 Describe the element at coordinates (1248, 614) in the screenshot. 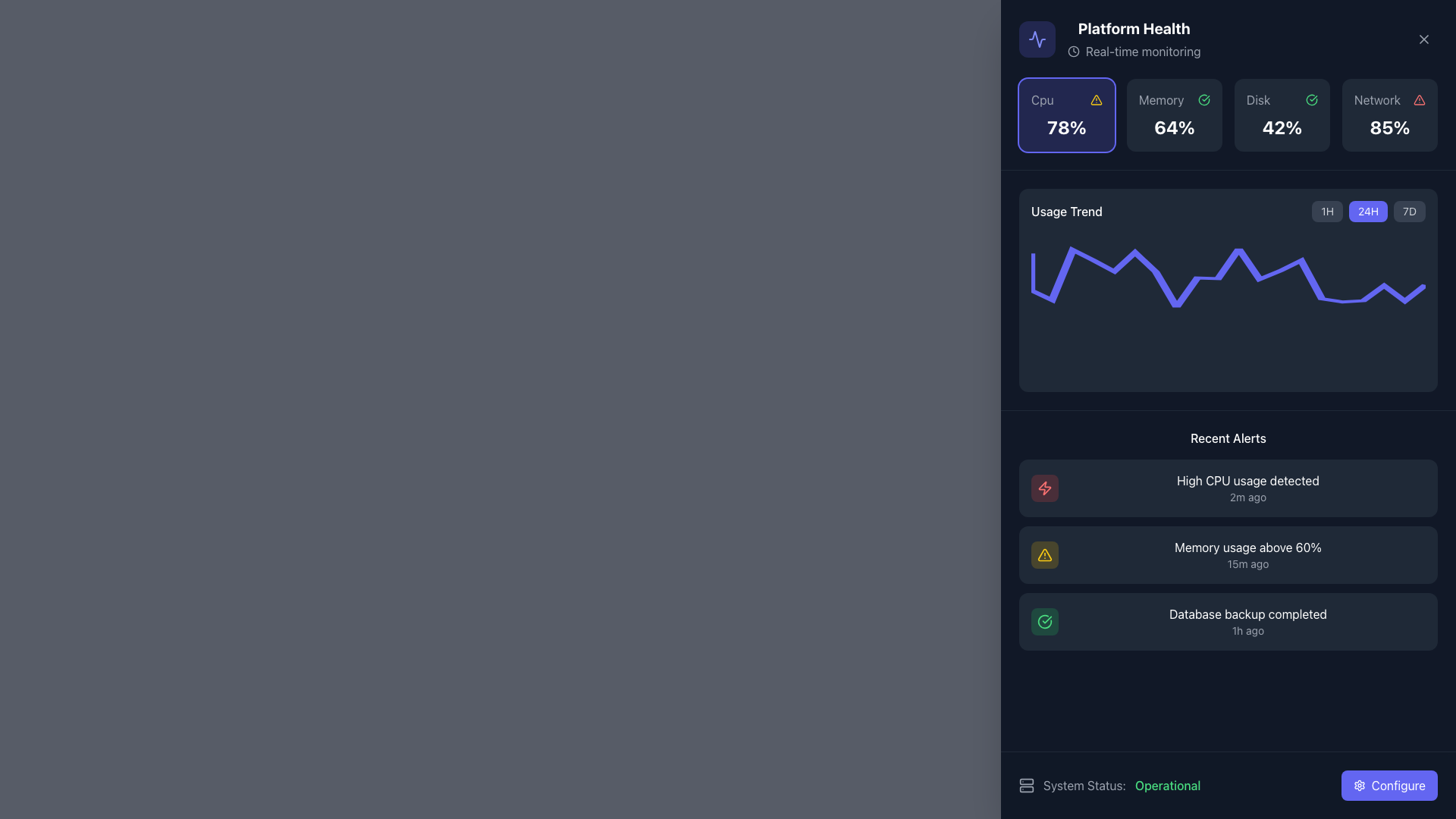

I see `text of the notification label that says 'Database backup completed' located in the 'Recent Alerts' section, above the subtext '1h ago' and next to a green checkmark icon` at that location.